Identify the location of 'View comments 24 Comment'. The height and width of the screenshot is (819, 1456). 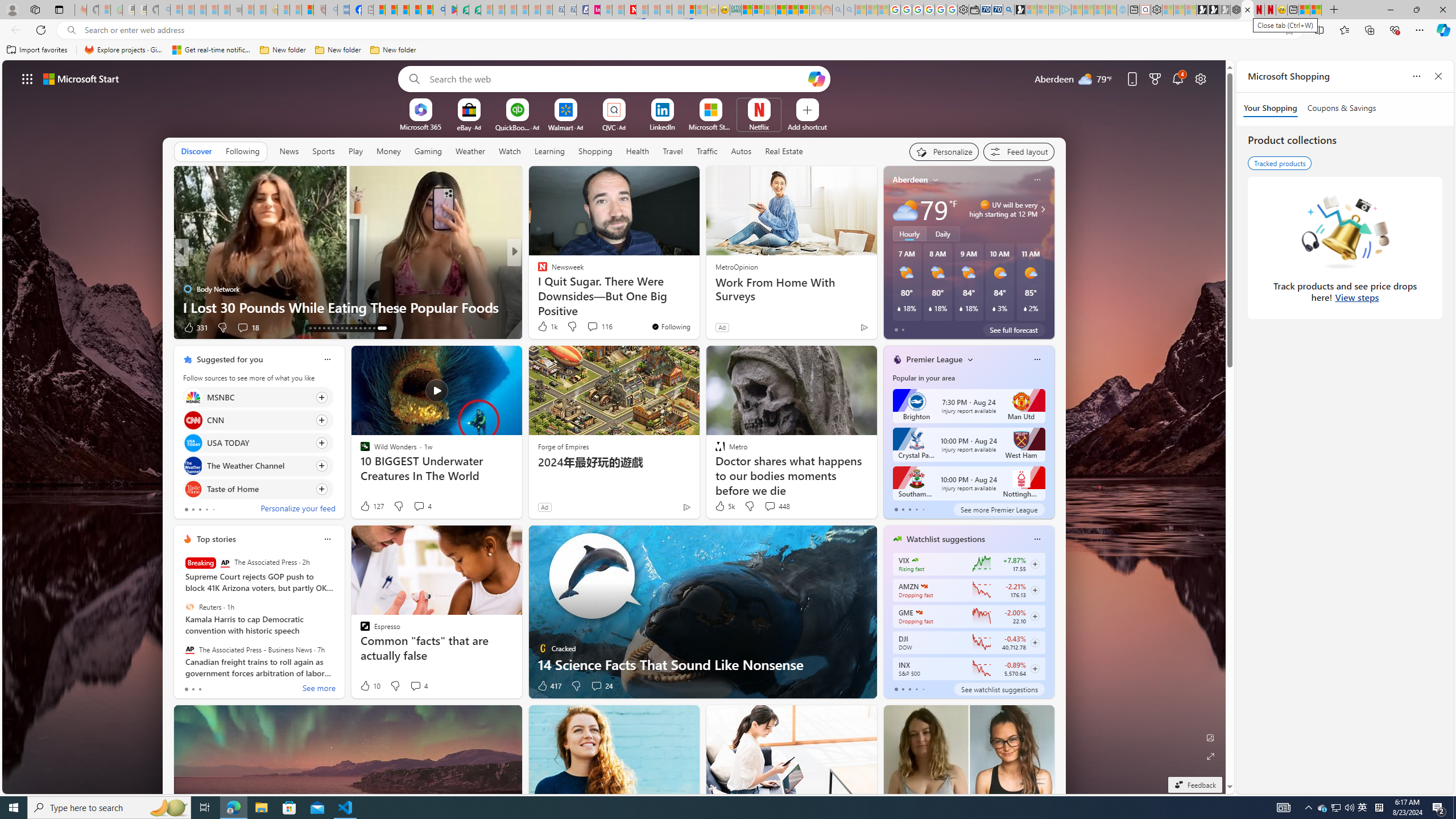
(601, 686).